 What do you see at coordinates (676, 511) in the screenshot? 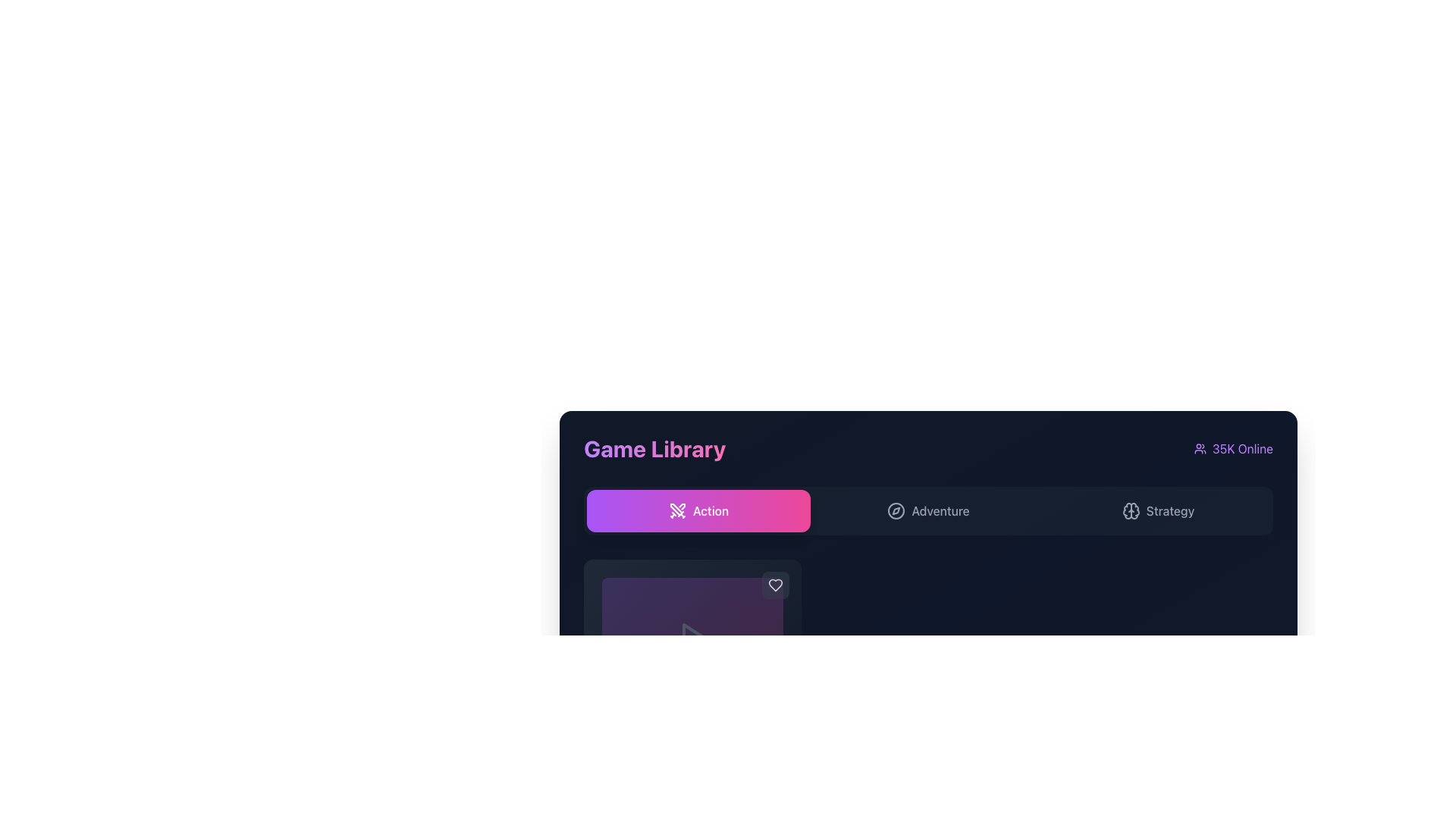
I see `the small graphical icon resembling crossed swords, which is part of the 'Action' button located in the upper section of the menu bar` at bounding box center [676, 511].